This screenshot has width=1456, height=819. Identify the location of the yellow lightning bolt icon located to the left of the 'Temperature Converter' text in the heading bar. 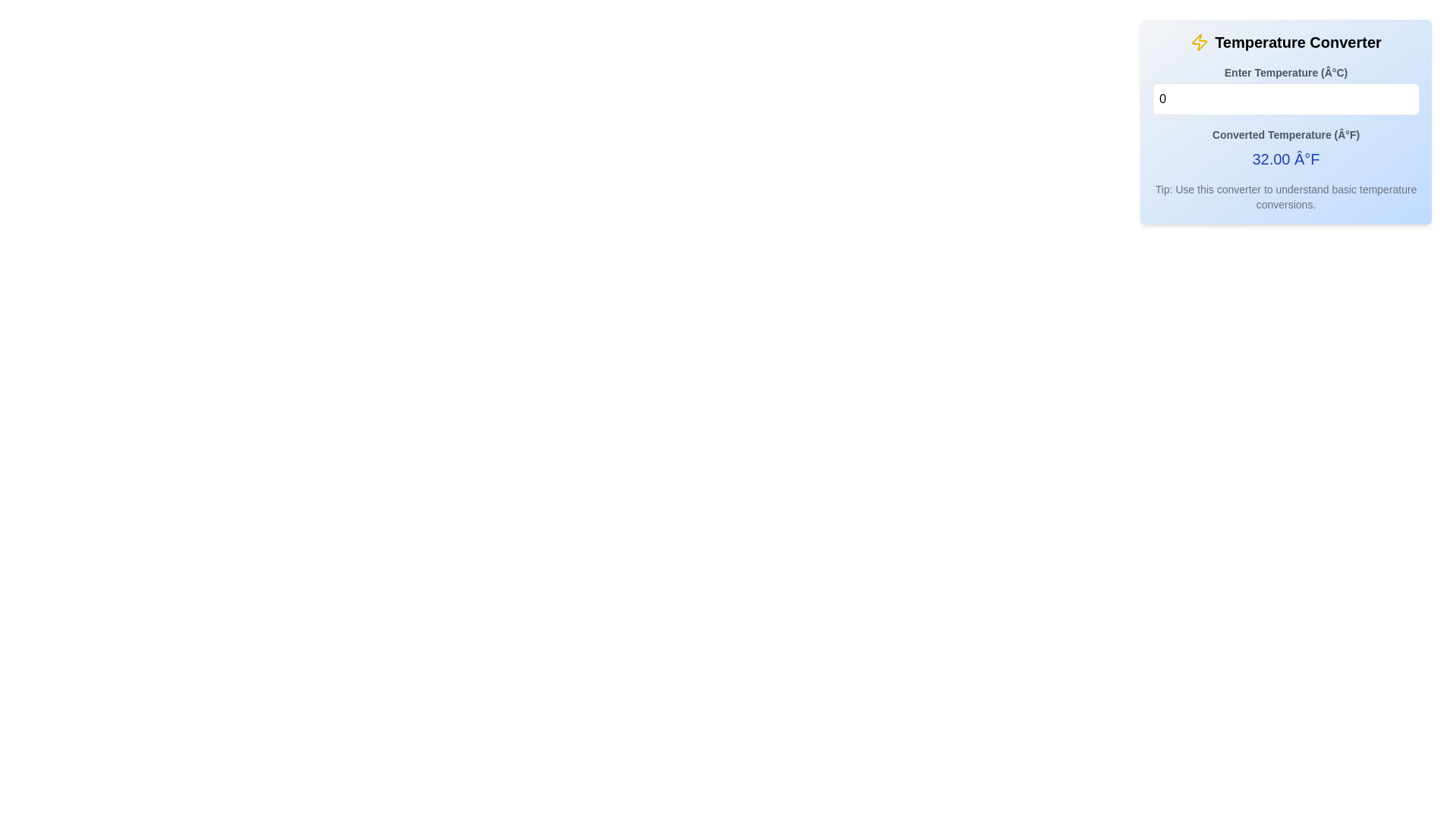
(1199, 42).